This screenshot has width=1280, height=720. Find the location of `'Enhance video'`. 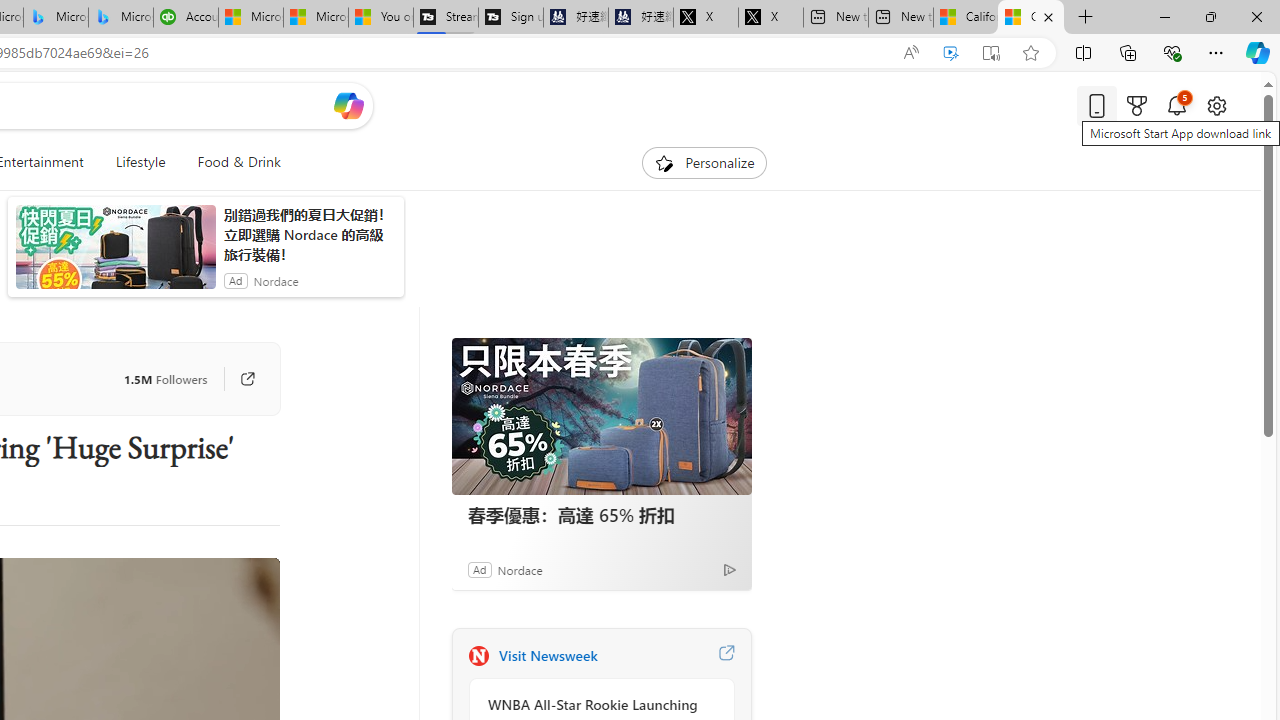

'Enhance video' is located at coordinates (950, 52).